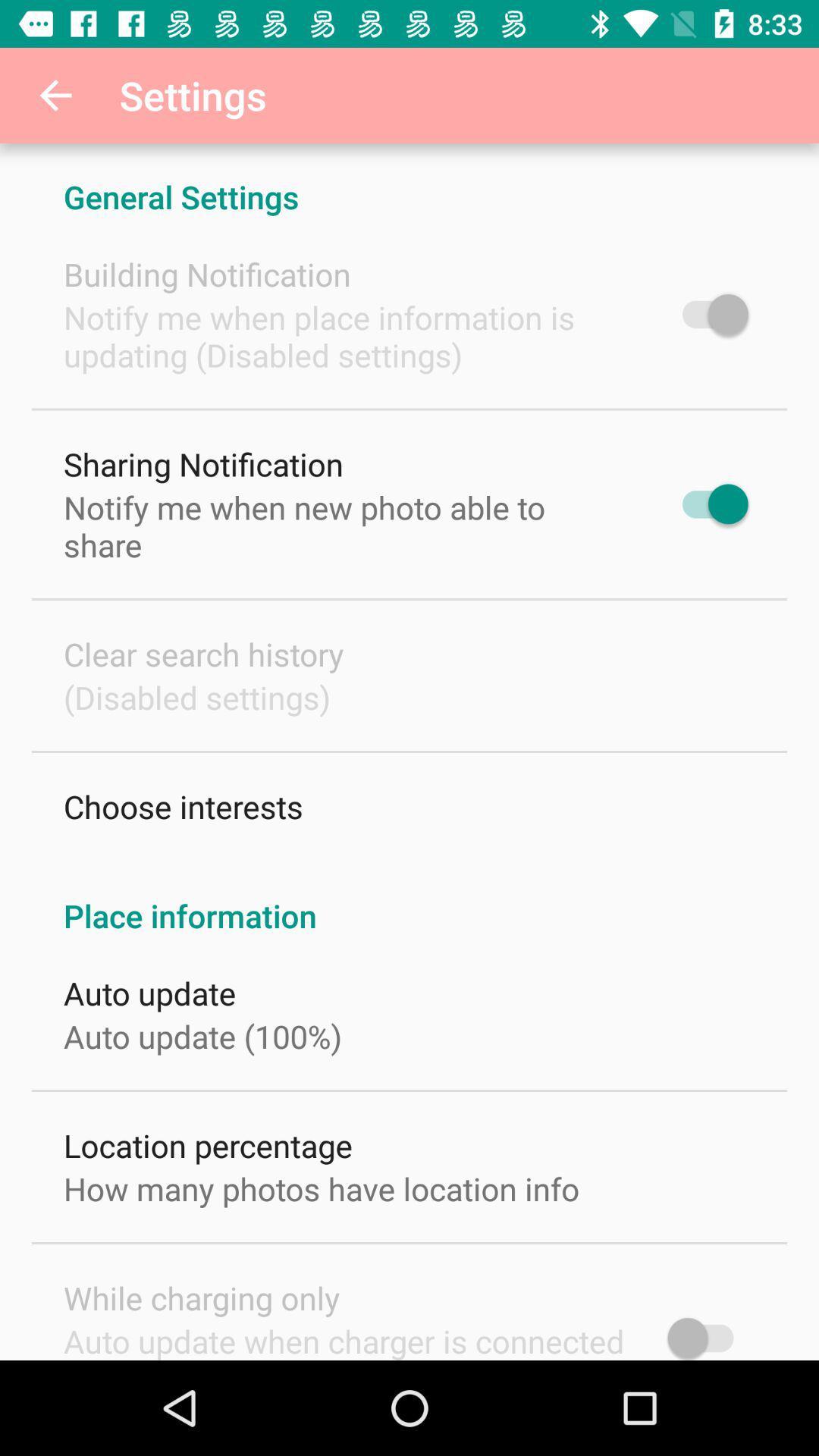 The width and height of the screenshot is (819, 1456). Describe the element at coordinates (201, 1297) in the screenshot. I see `the while charging only` at that location.